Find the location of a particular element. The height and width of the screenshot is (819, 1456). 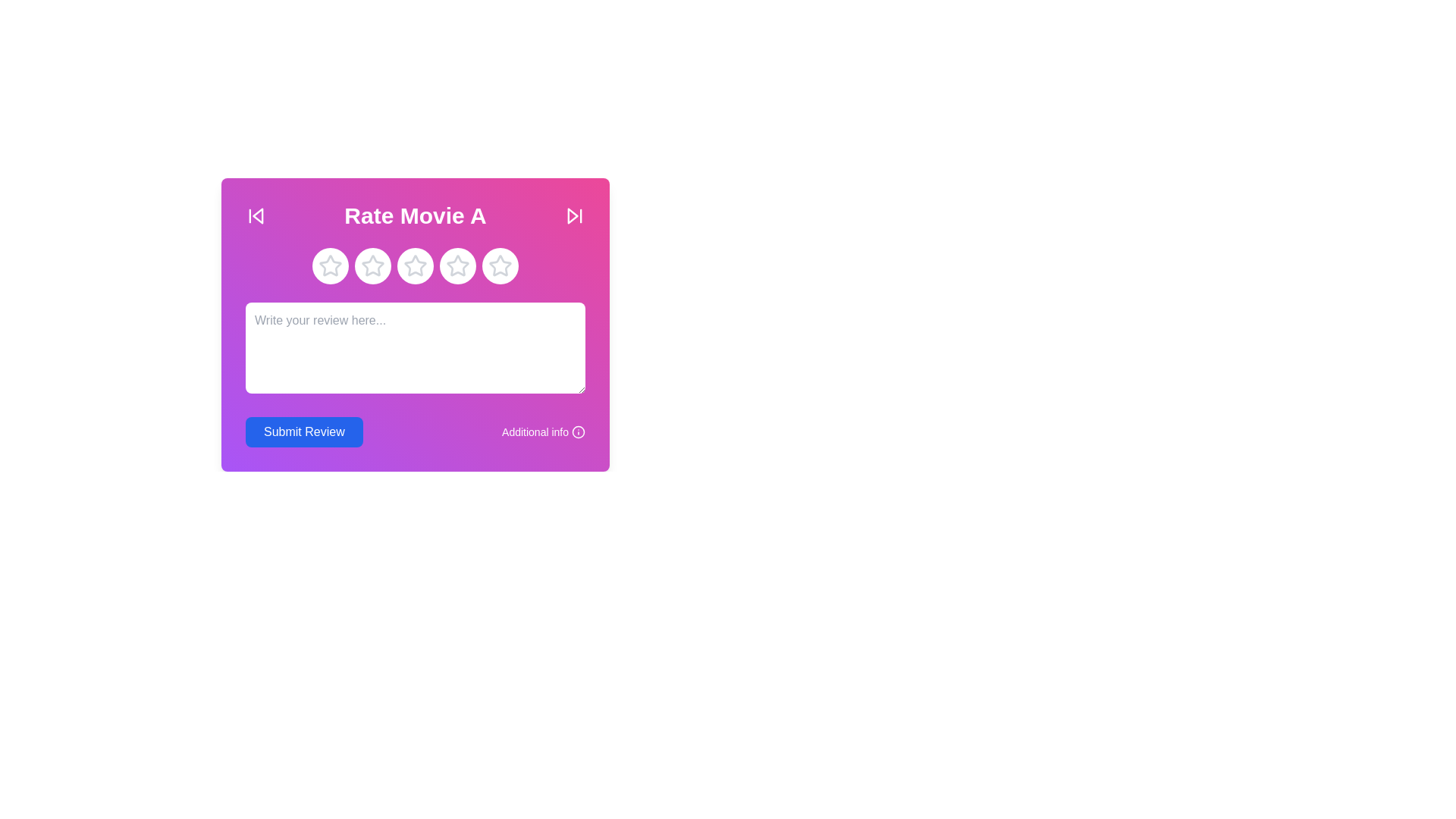

the third star-shaped rating icon, which is highlighted as the active selection, located below the title 'Rate Movie A' is located at coordinates (457, 265).